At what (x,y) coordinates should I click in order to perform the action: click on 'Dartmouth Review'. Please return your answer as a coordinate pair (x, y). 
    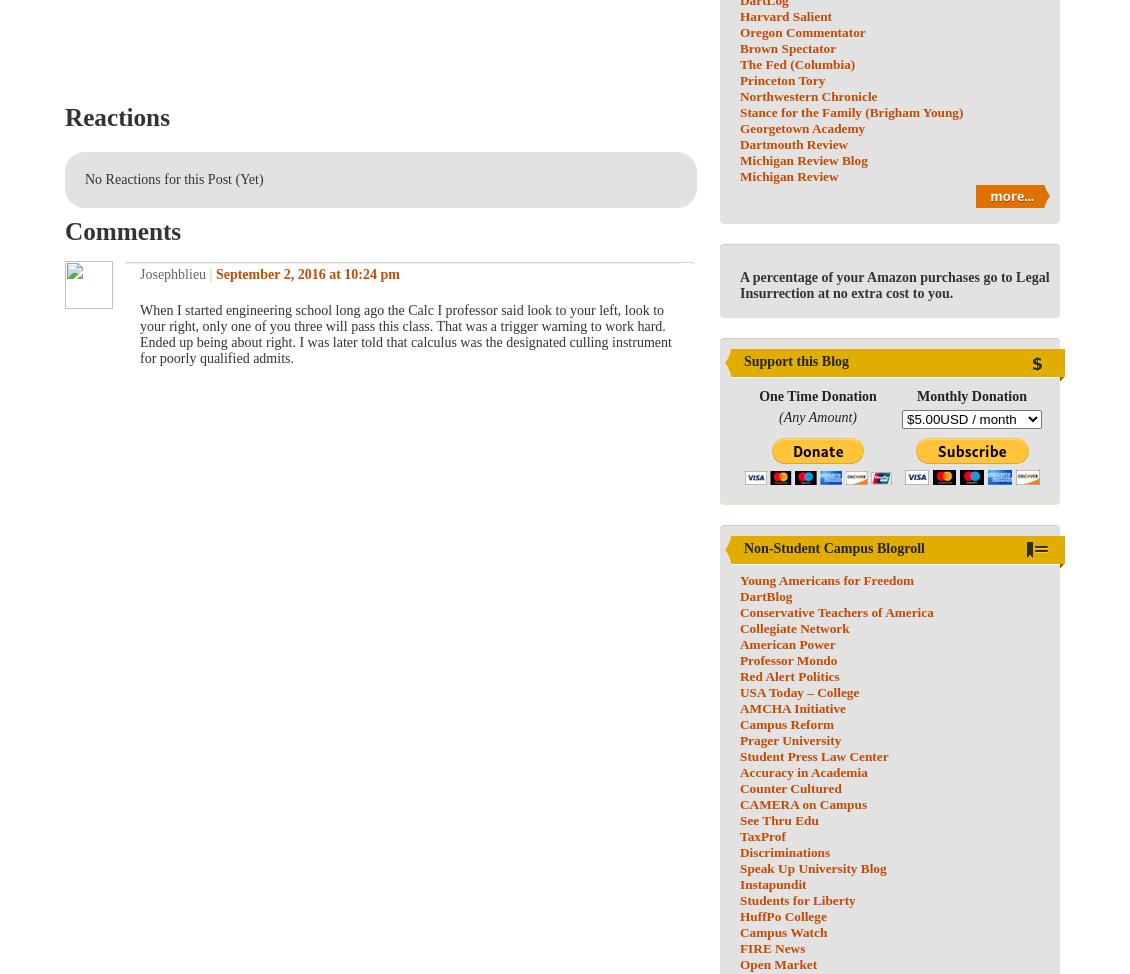
    Looking at the image, I should click on (793, 143).